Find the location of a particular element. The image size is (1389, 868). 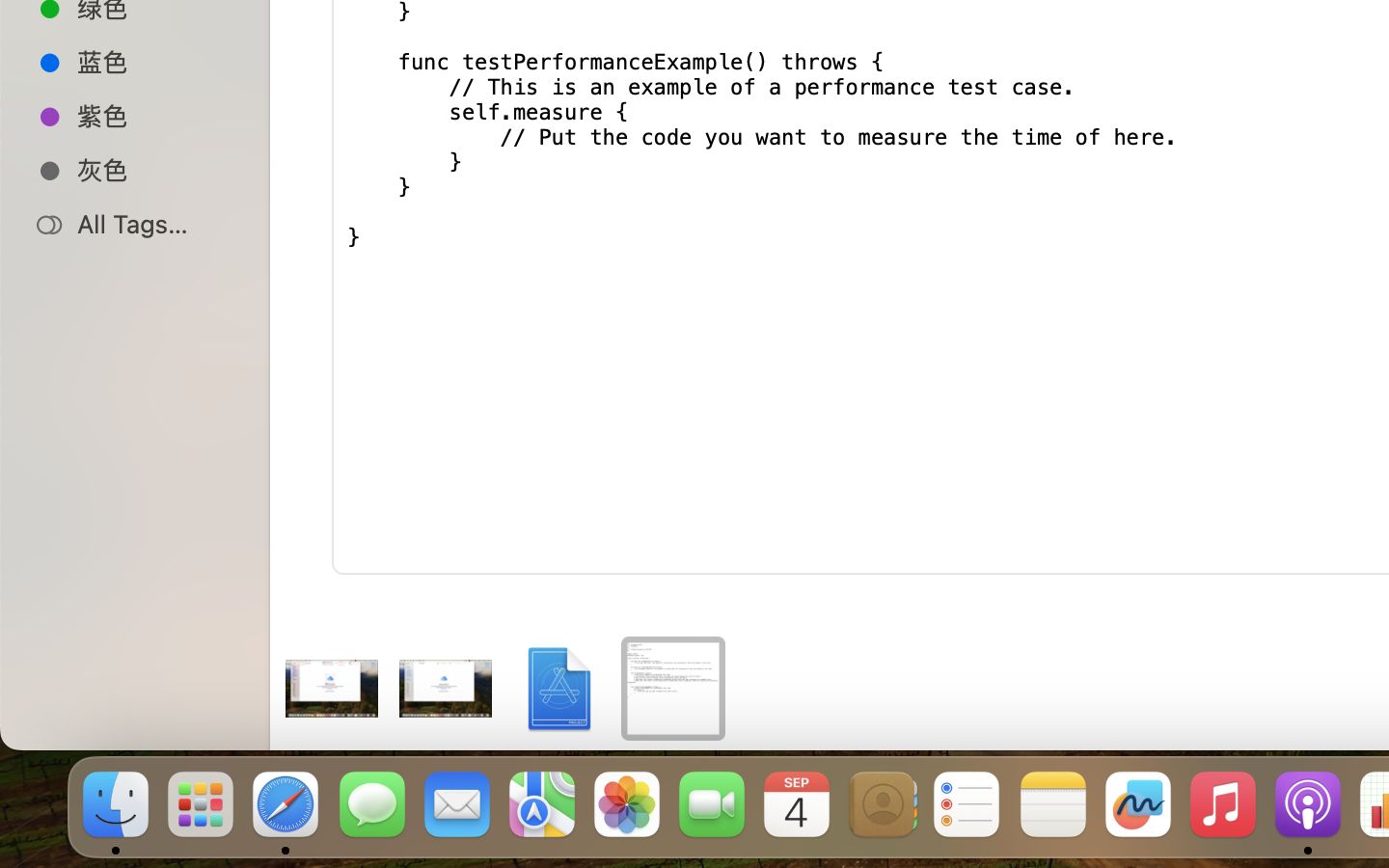

'蓝色' is located at coordinates (153, 60).